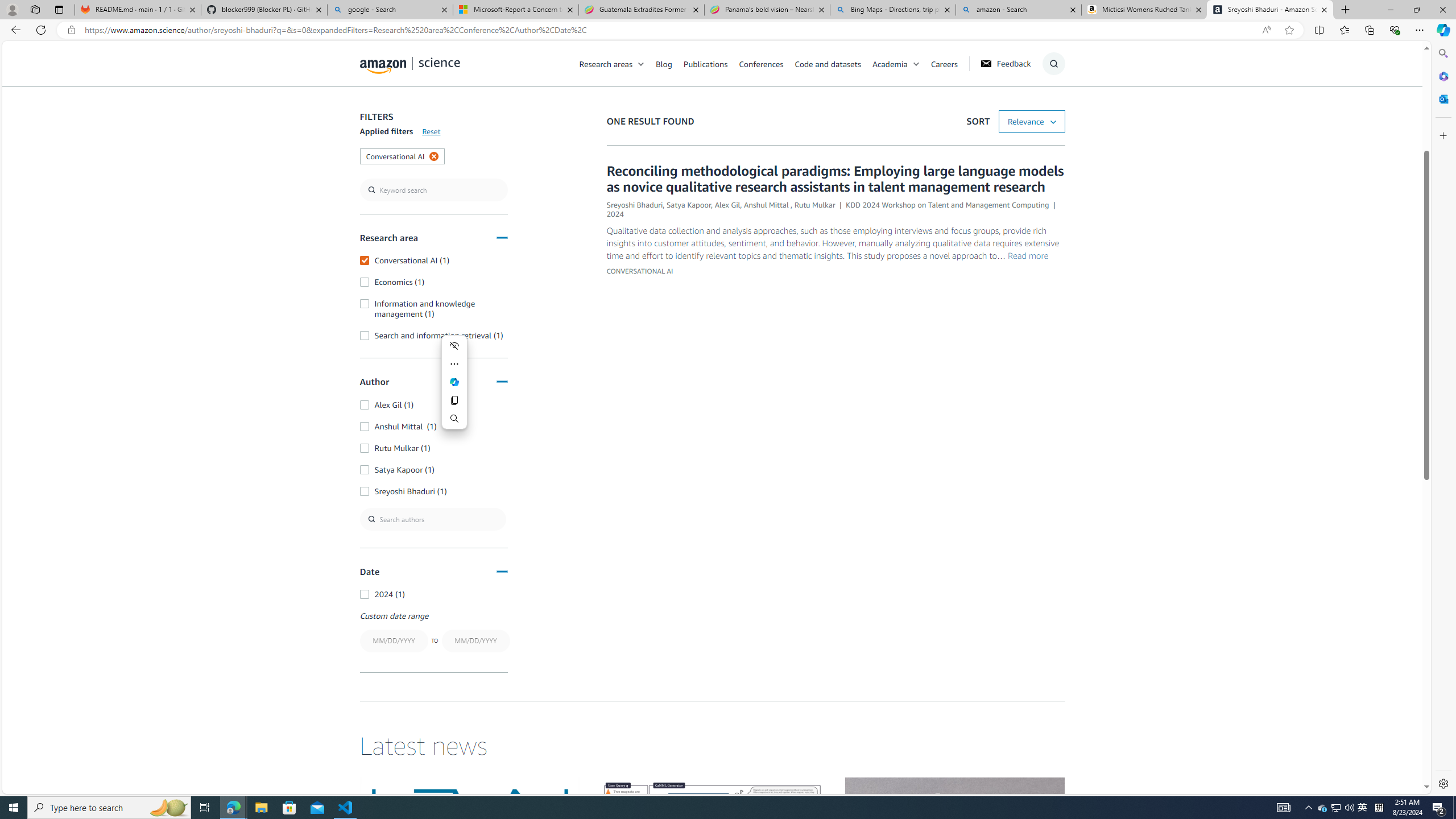  I want to click on 'Blog', so click(669, 63).